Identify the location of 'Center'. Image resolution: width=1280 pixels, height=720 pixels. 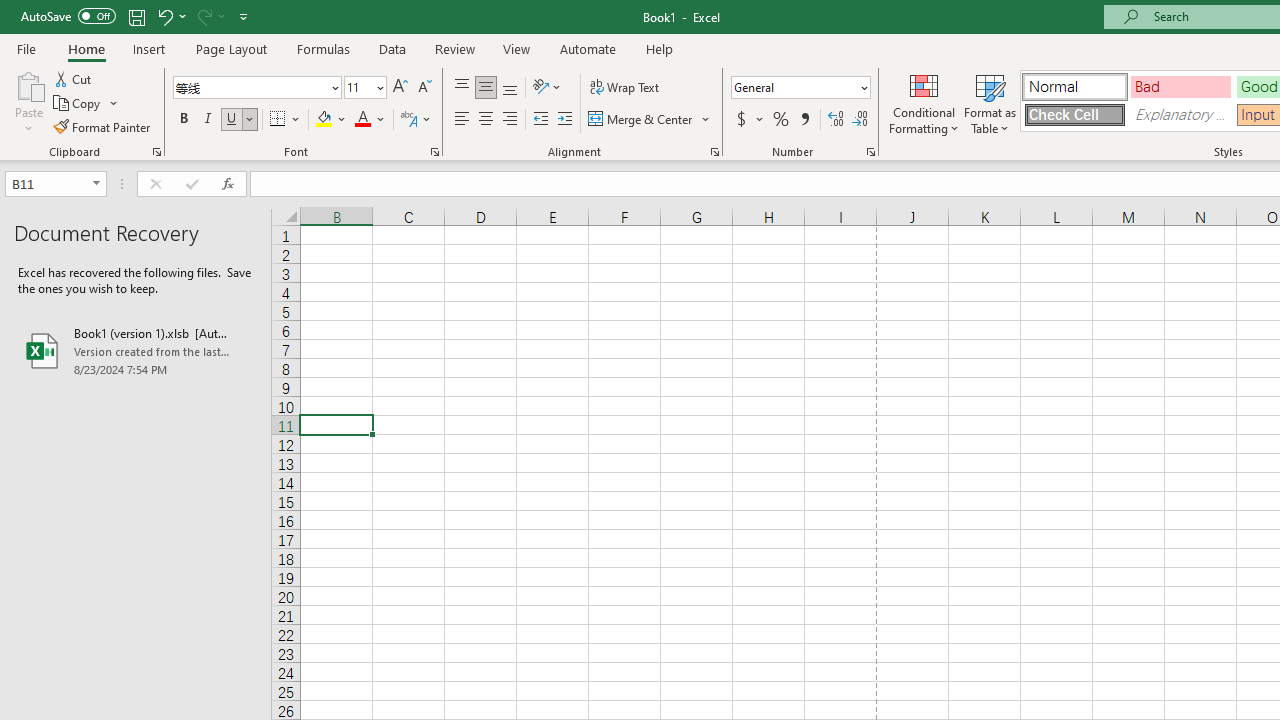
(485, 119).